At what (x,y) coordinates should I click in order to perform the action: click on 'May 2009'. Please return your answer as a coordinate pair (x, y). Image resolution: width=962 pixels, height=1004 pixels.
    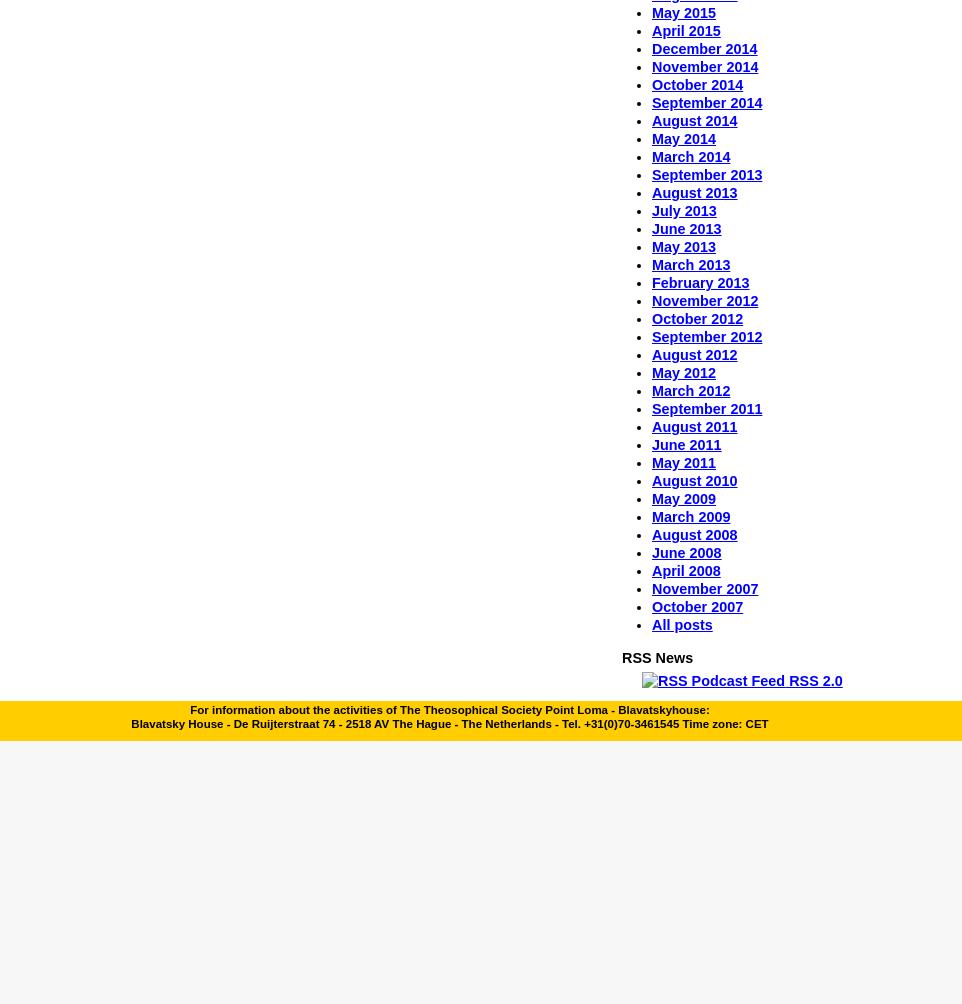
    Looking at the image, I should click on (682, 497).